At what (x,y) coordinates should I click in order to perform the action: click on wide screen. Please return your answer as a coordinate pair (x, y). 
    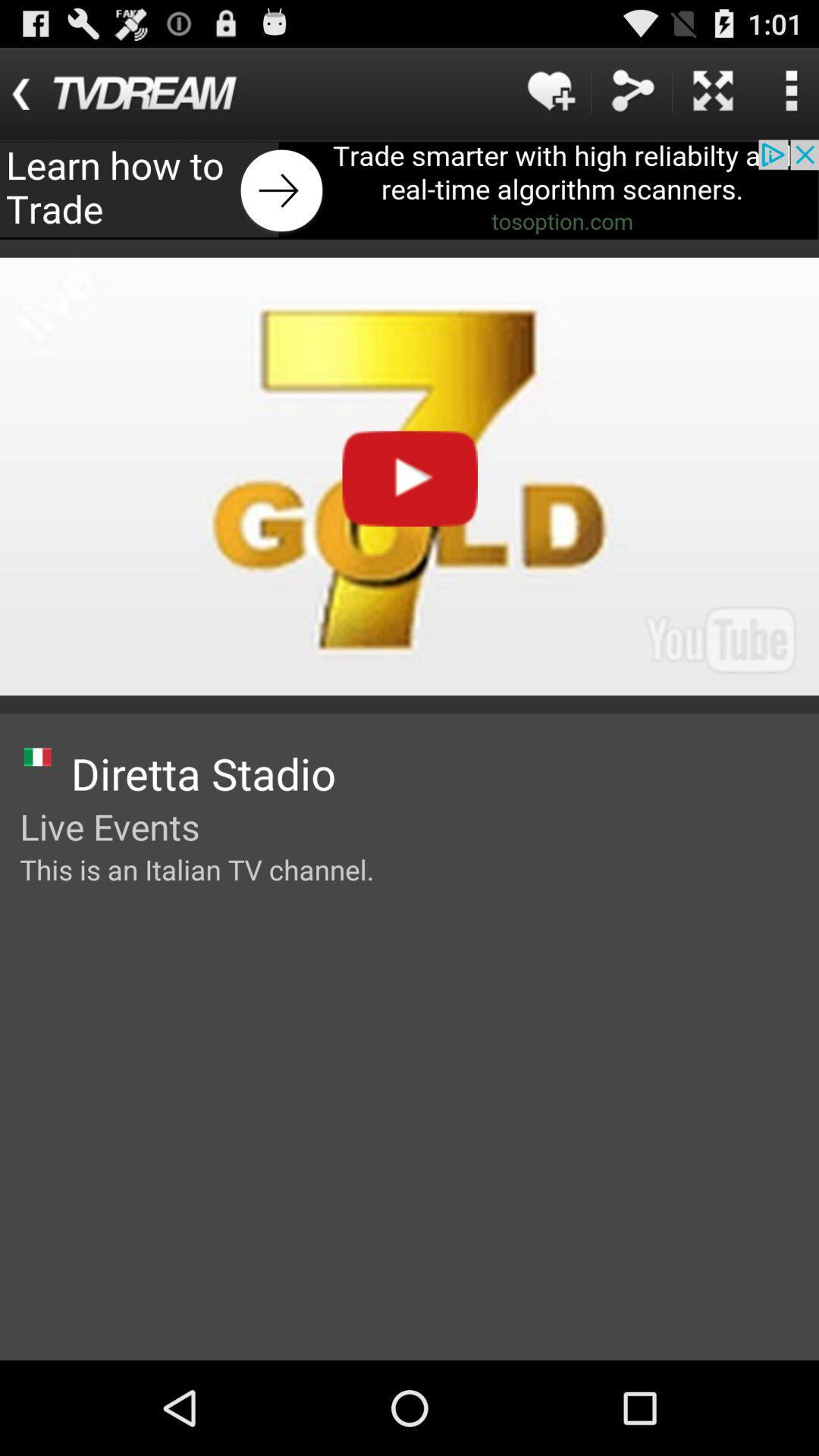
    Looking at the image, I should click on (713, 89).